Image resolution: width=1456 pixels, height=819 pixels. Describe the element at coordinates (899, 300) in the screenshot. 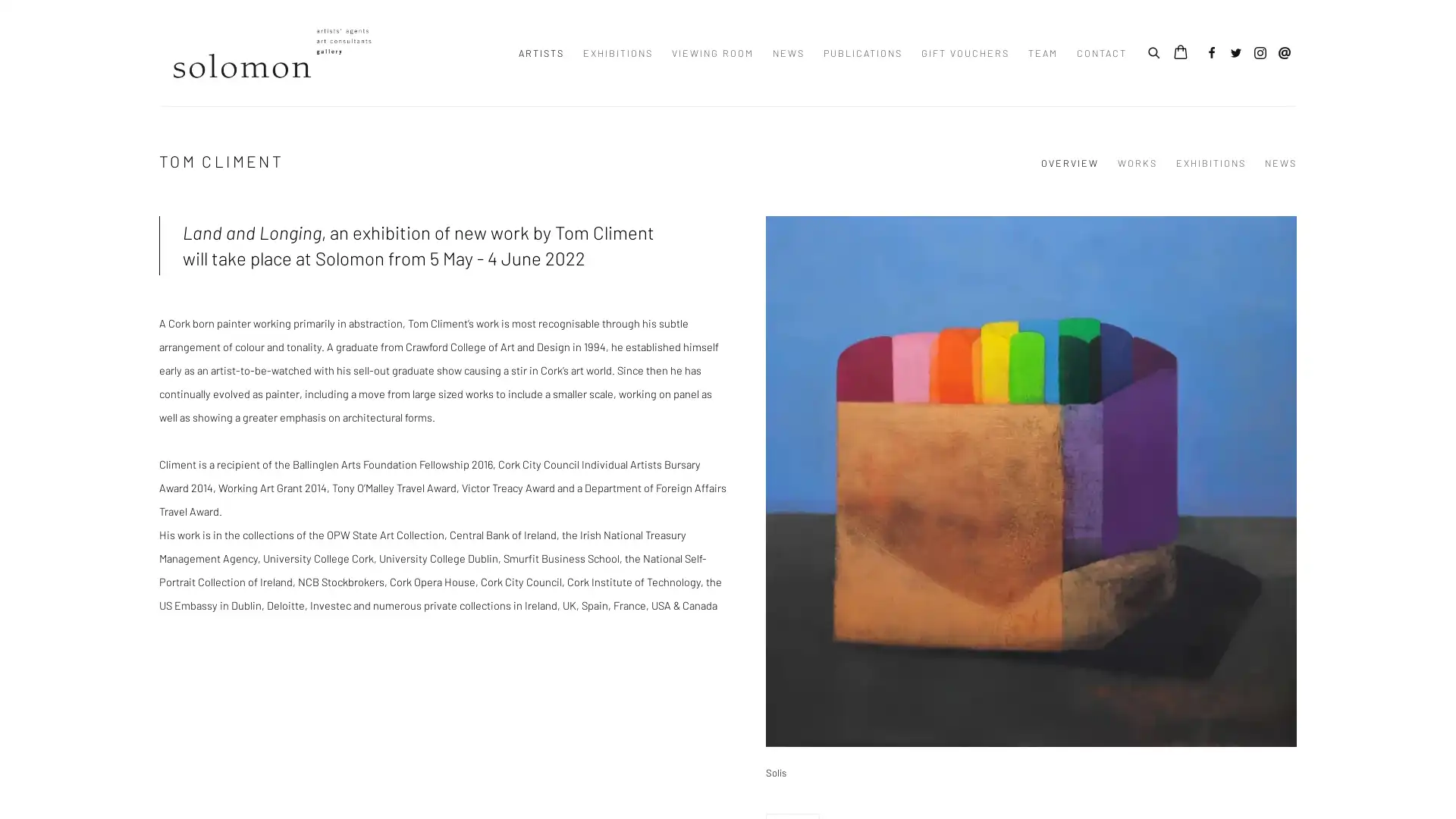

I see `Close` at that location.